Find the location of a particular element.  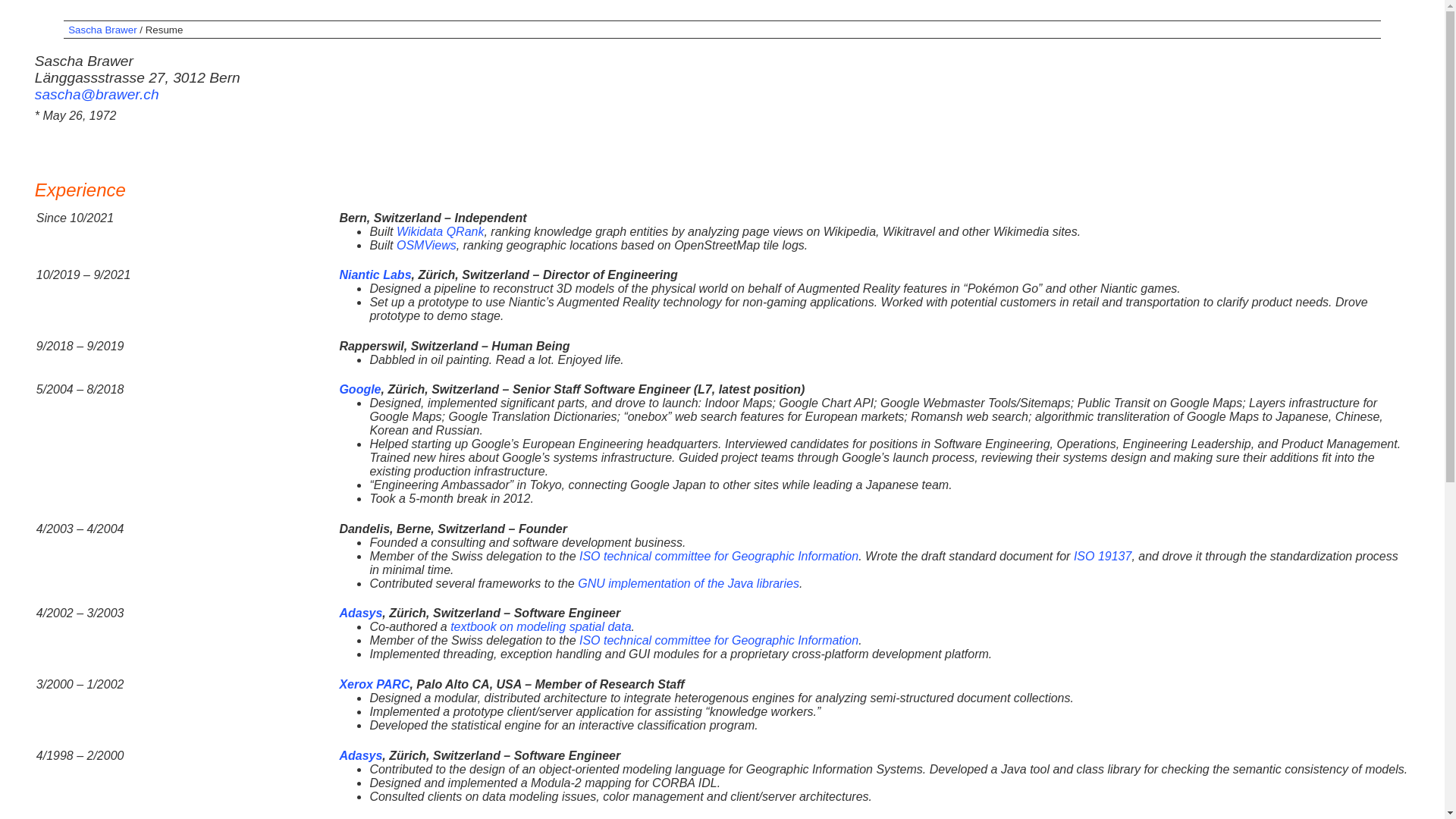

'Niantic Labs' is located at coordinates (337, 275).